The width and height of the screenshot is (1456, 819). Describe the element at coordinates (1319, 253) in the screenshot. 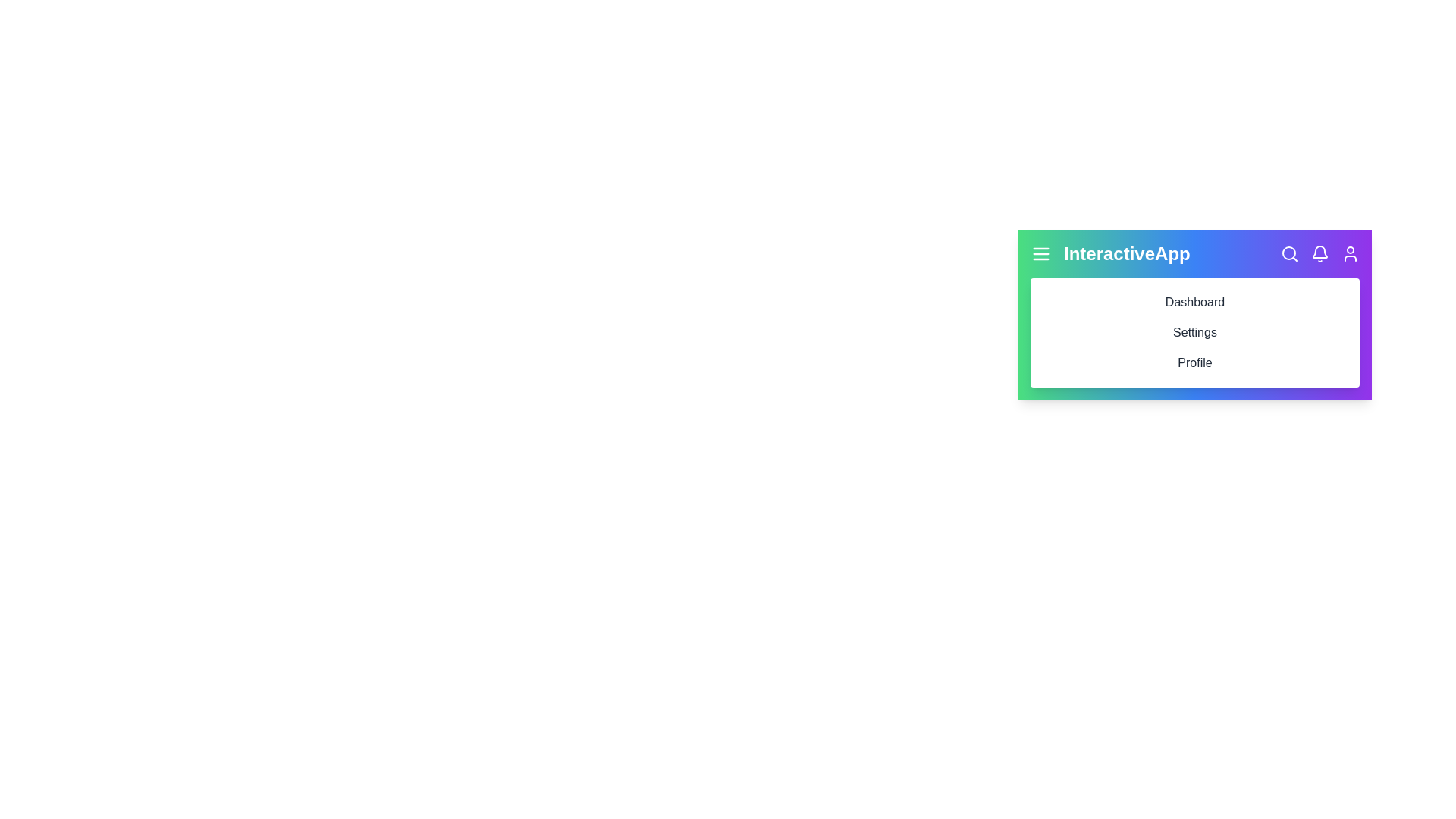

I see `the bell icon to access the notification section` at that location.